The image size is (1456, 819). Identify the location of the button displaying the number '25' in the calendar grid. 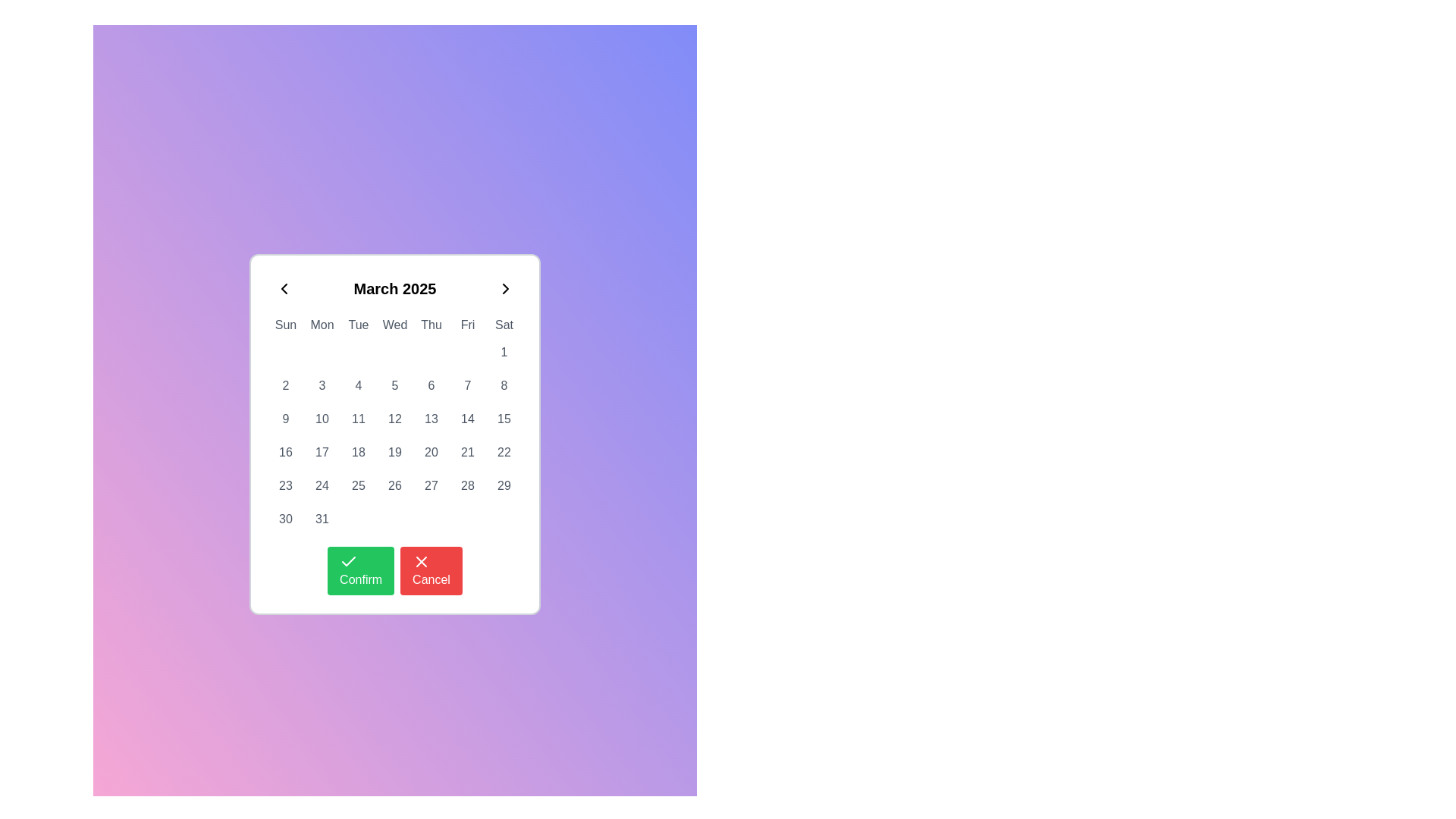
(358, 485).